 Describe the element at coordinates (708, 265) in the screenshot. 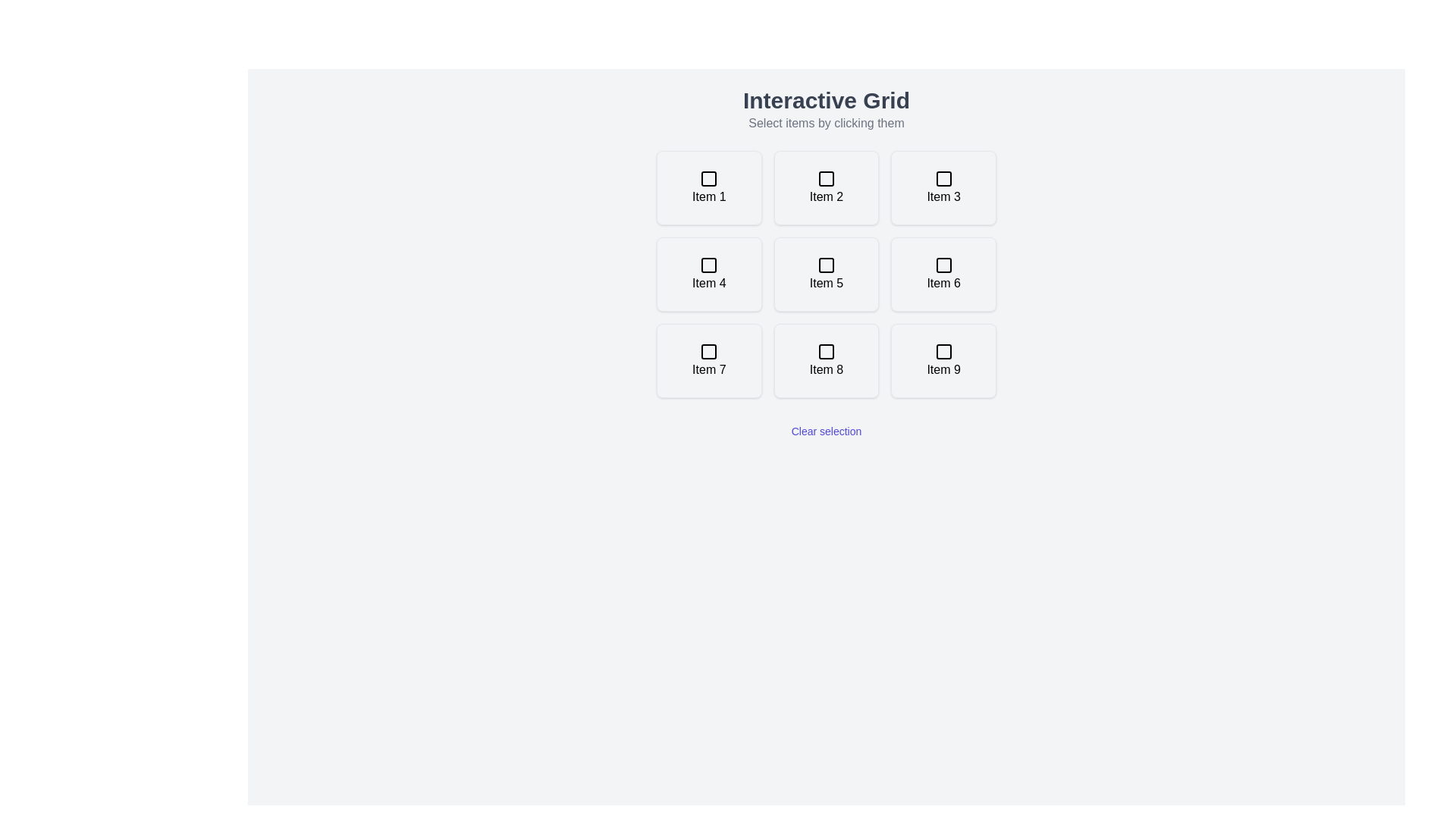

I see `the small black rounded square icon within the clickable area of 'Item 4' in the second row, first column of the grid` at that location.